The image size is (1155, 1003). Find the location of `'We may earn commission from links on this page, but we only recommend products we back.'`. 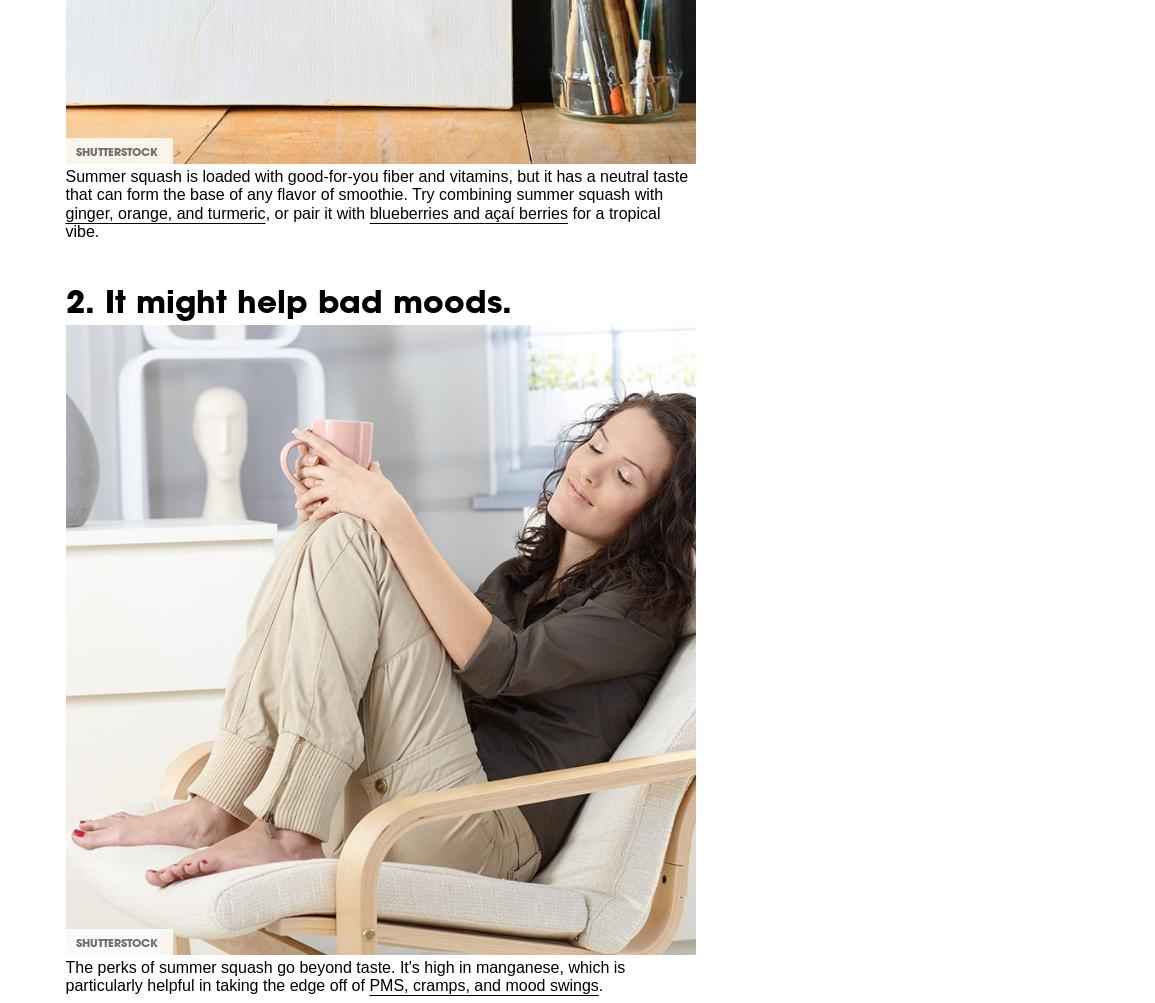

'We may earn commission from links on this page, but we only recommend products we back.' is located at coordinates (330, 224).